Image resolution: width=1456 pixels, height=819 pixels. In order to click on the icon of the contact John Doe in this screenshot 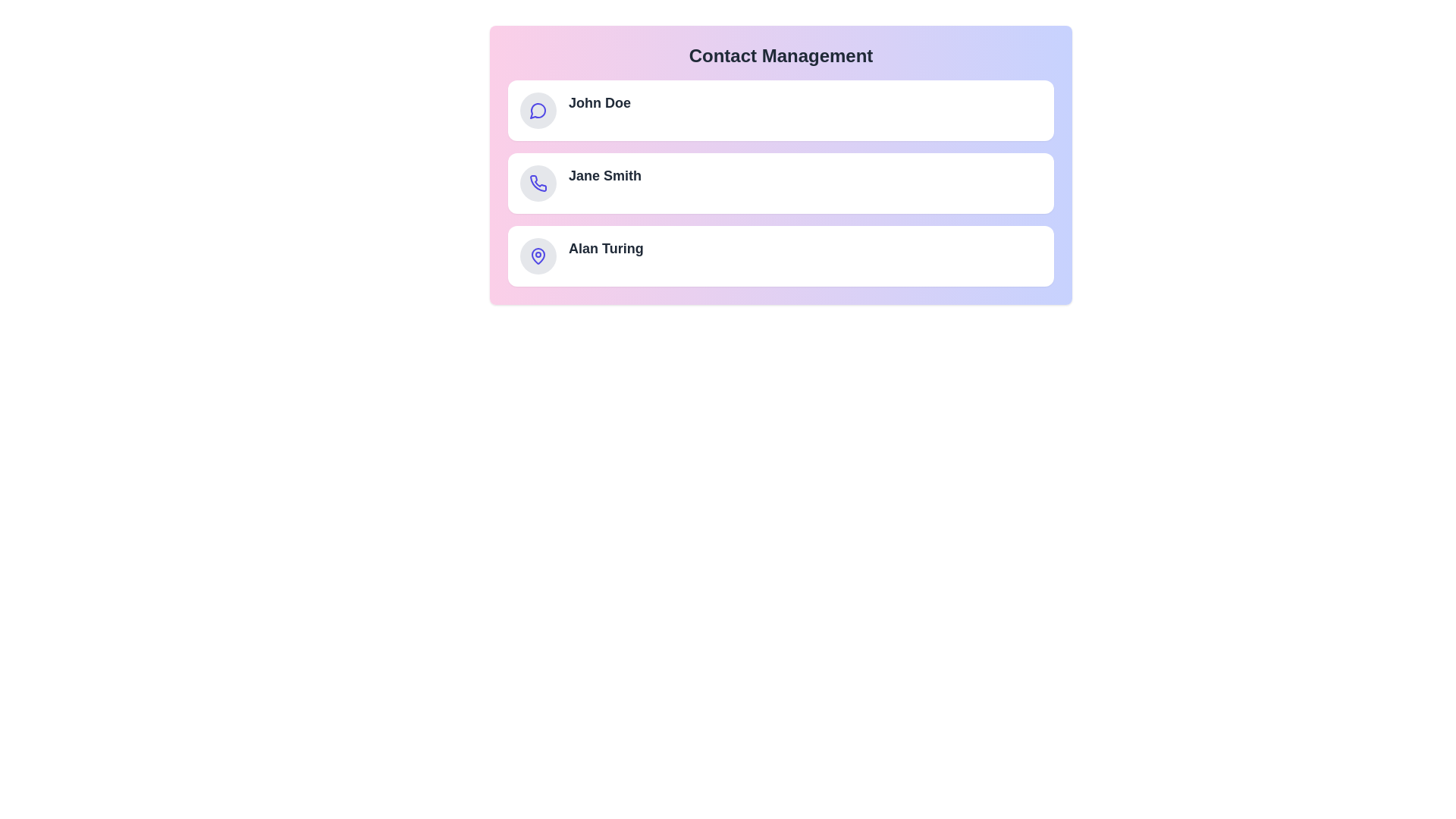, I will do `click(538, 110)`.